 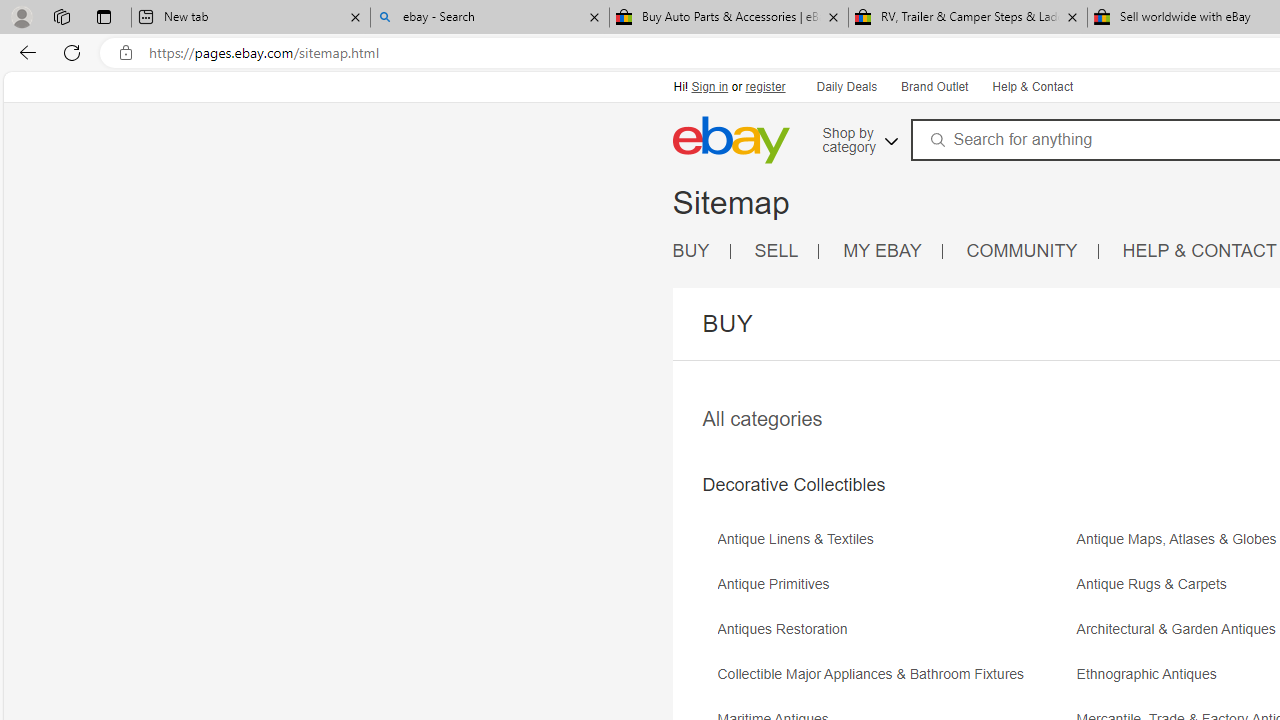 What do you see at coordinates (103, 16) in the screenshot?
I see `'Tab actions menu'` at bounding box center [103, 16].